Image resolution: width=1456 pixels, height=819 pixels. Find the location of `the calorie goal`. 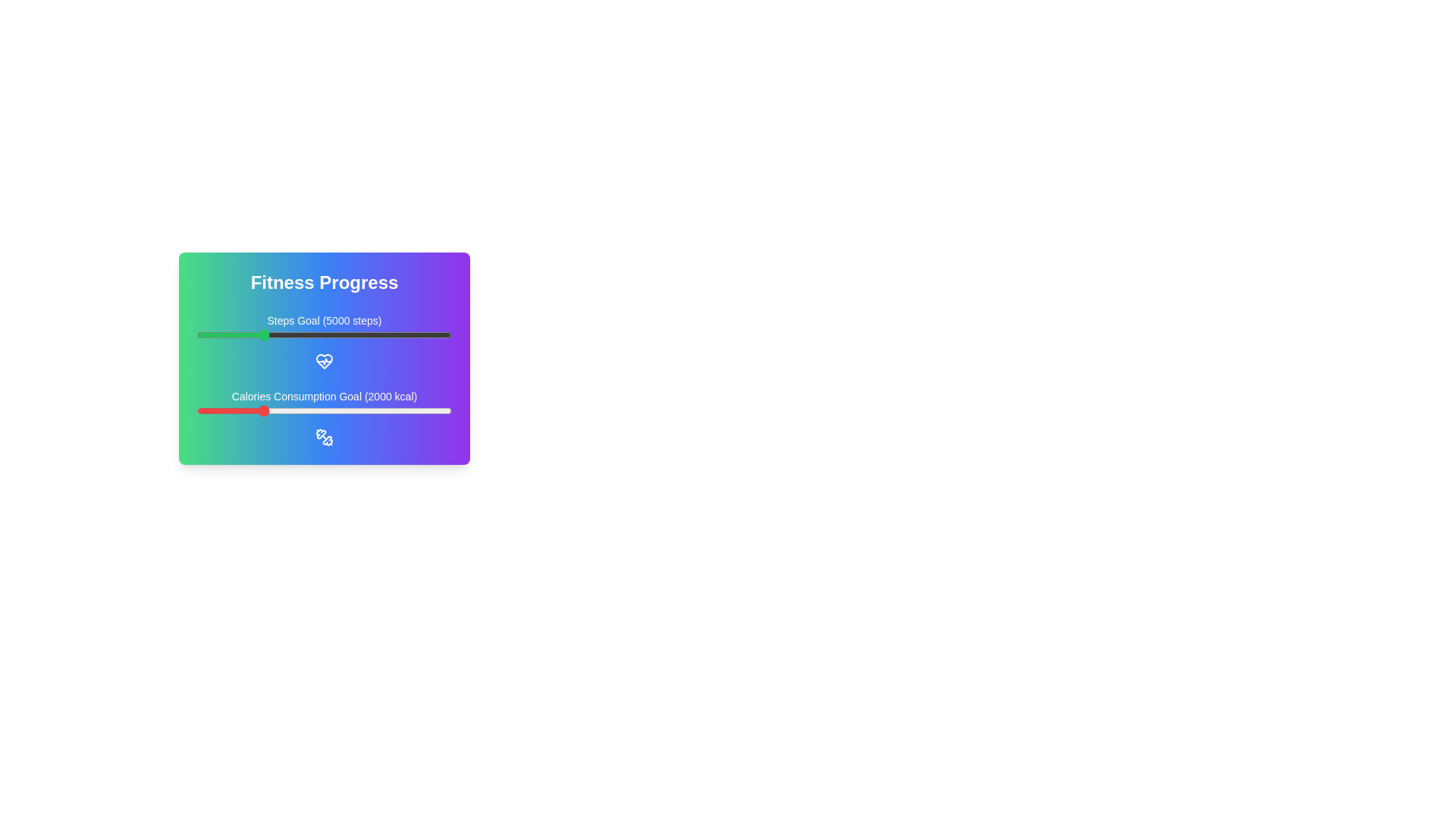

the calorie goal is located at coordinates (227, 411).